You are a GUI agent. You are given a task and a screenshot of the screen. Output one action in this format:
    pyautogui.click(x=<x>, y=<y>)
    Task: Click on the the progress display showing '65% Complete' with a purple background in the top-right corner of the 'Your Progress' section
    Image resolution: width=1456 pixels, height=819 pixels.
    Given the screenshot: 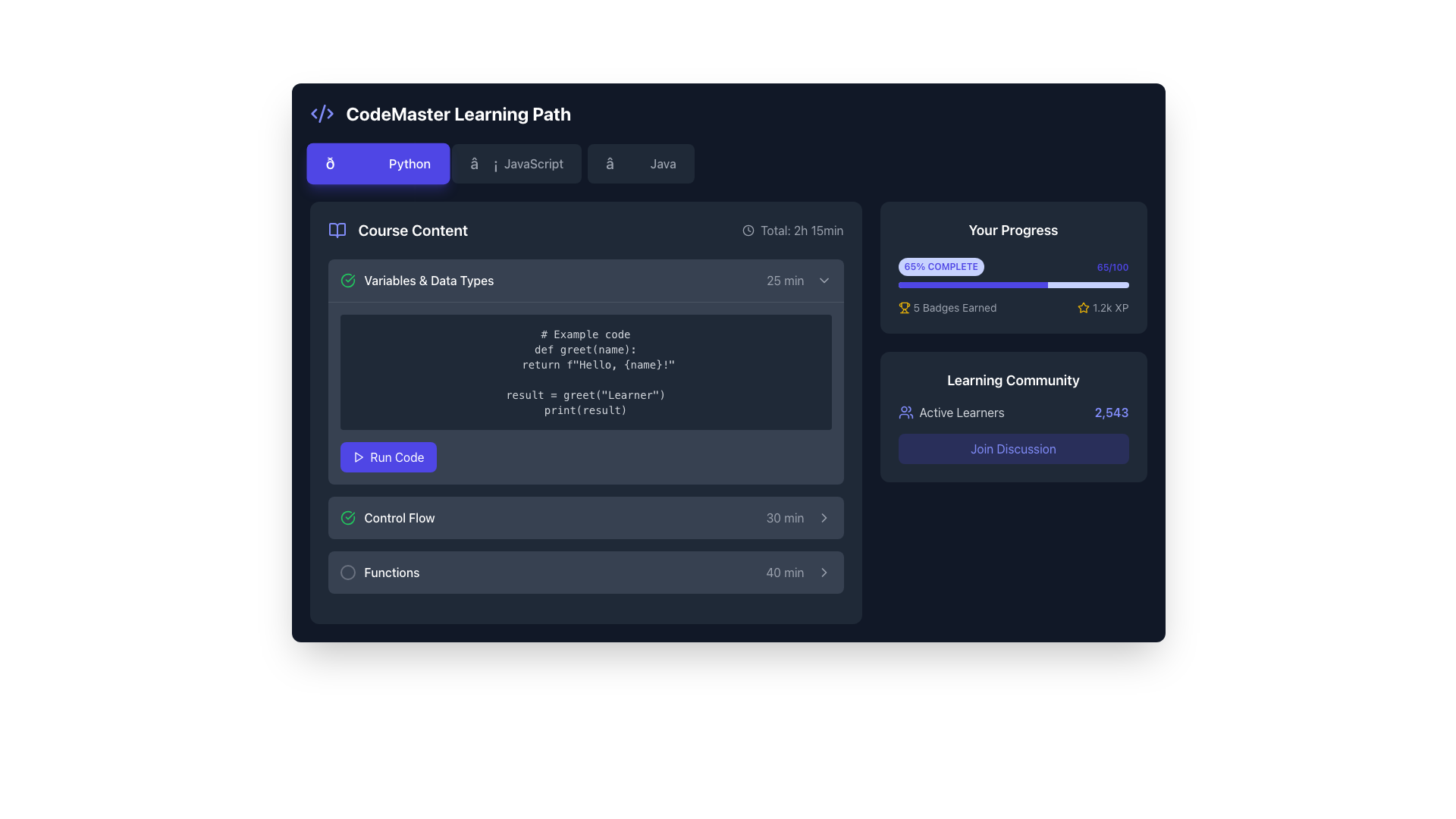 What is the action you would take?
    pyautogui.click(x=1013, y=265)
    